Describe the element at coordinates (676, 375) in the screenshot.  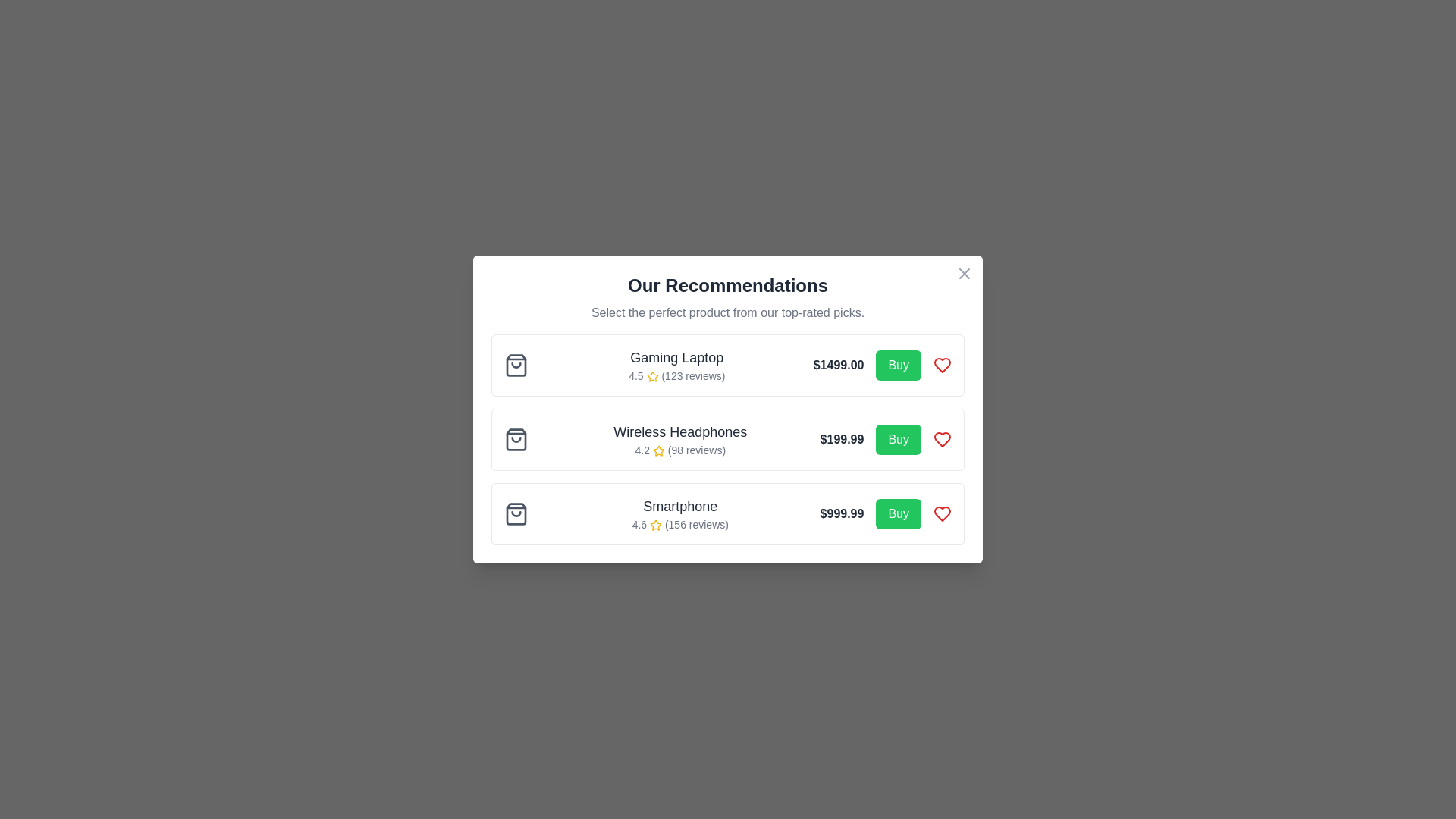
I see `the text element displaying '4.5 (123 reviews)' with a gold star icon, located below the title 'Gaming Laptop'` at that location.